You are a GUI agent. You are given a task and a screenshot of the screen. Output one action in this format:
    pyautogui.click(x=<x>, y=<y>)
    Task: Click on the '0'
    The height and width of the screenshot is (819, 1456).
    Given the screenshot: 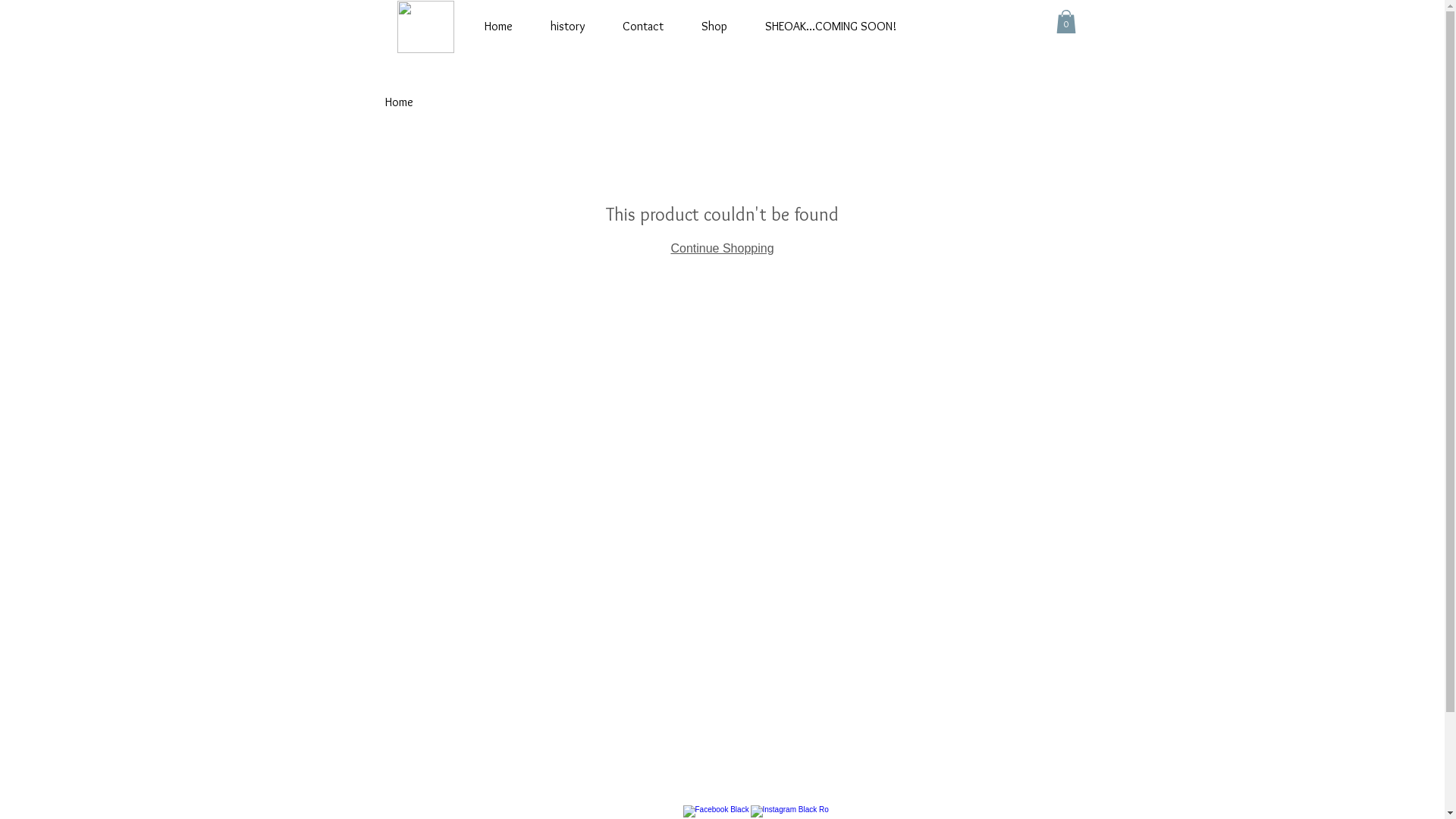 What is the action you would take?
    pyautogui.click(x=1065, y=21)
    